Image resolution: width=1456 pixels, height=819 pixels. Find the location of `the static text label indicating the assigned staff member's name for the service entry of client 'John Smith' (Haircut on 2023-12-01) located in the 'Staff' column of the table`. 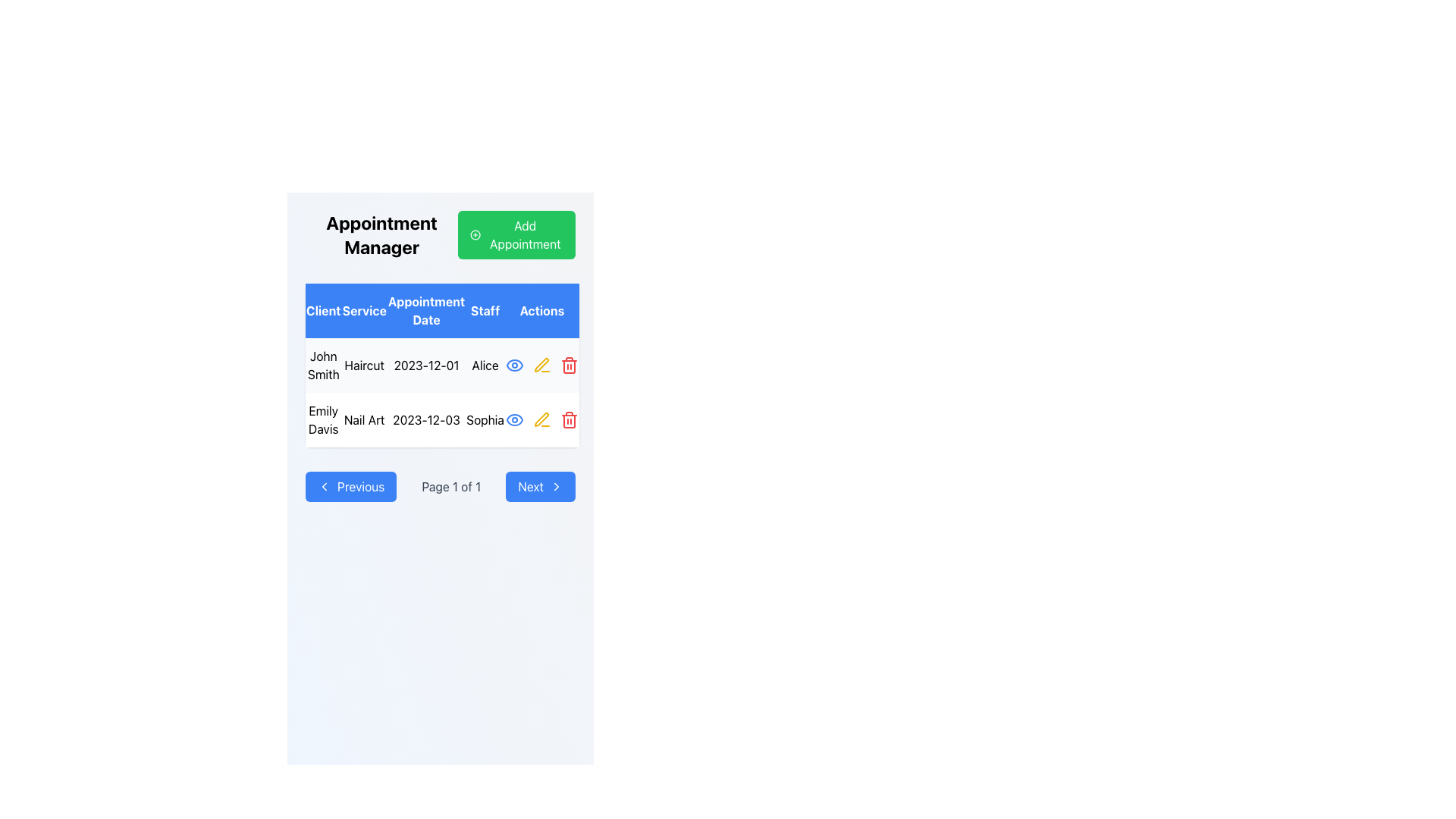

the static text label indicating the assigned staff member's name for the service entry of client 'John Smith' (Haircut on 2023-12-01) located in the 'Staff' column of the table is located at coordinates (485, 366).